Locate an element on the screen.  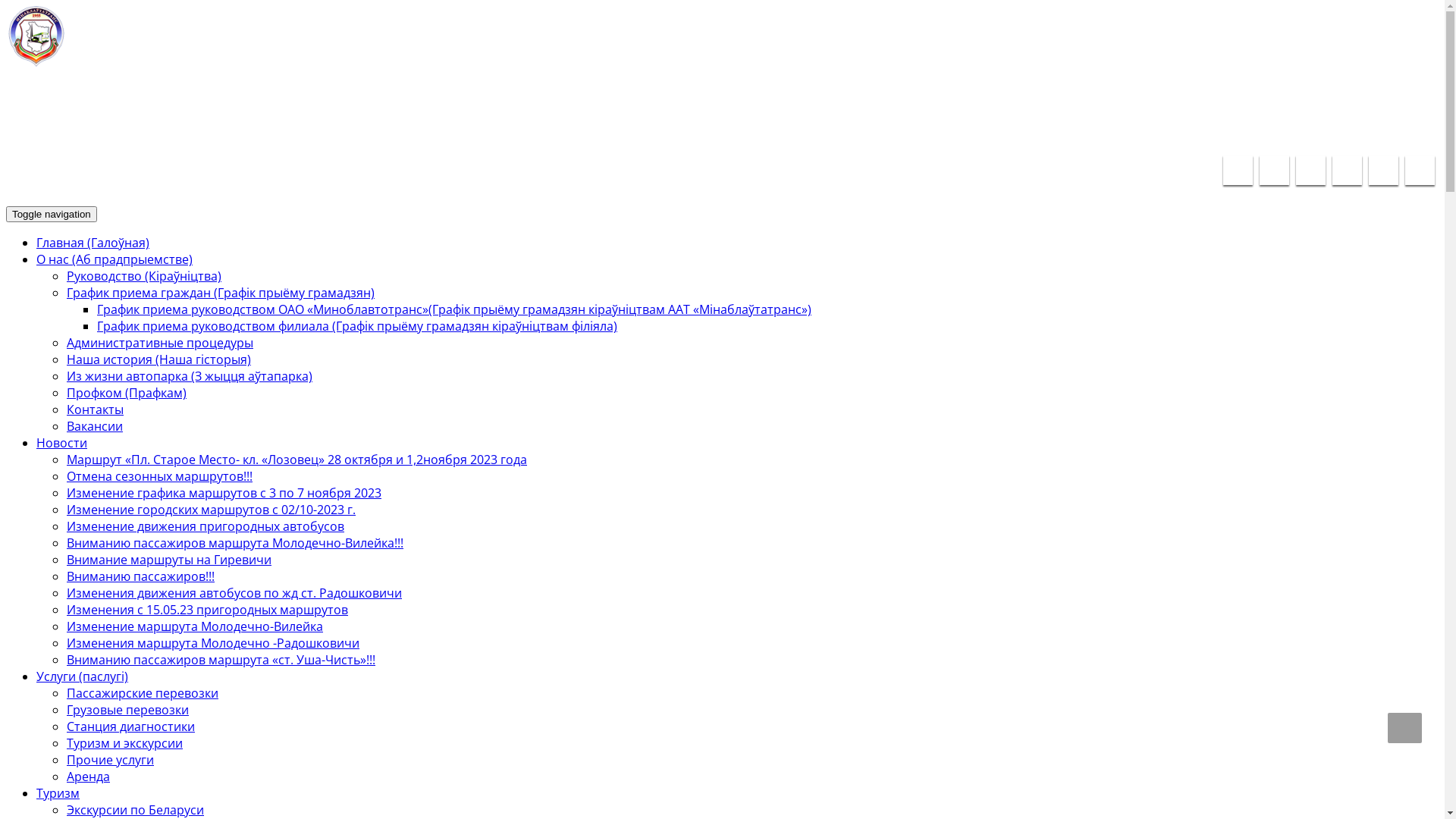
'instagram' is located at coordinates (1419, 170).